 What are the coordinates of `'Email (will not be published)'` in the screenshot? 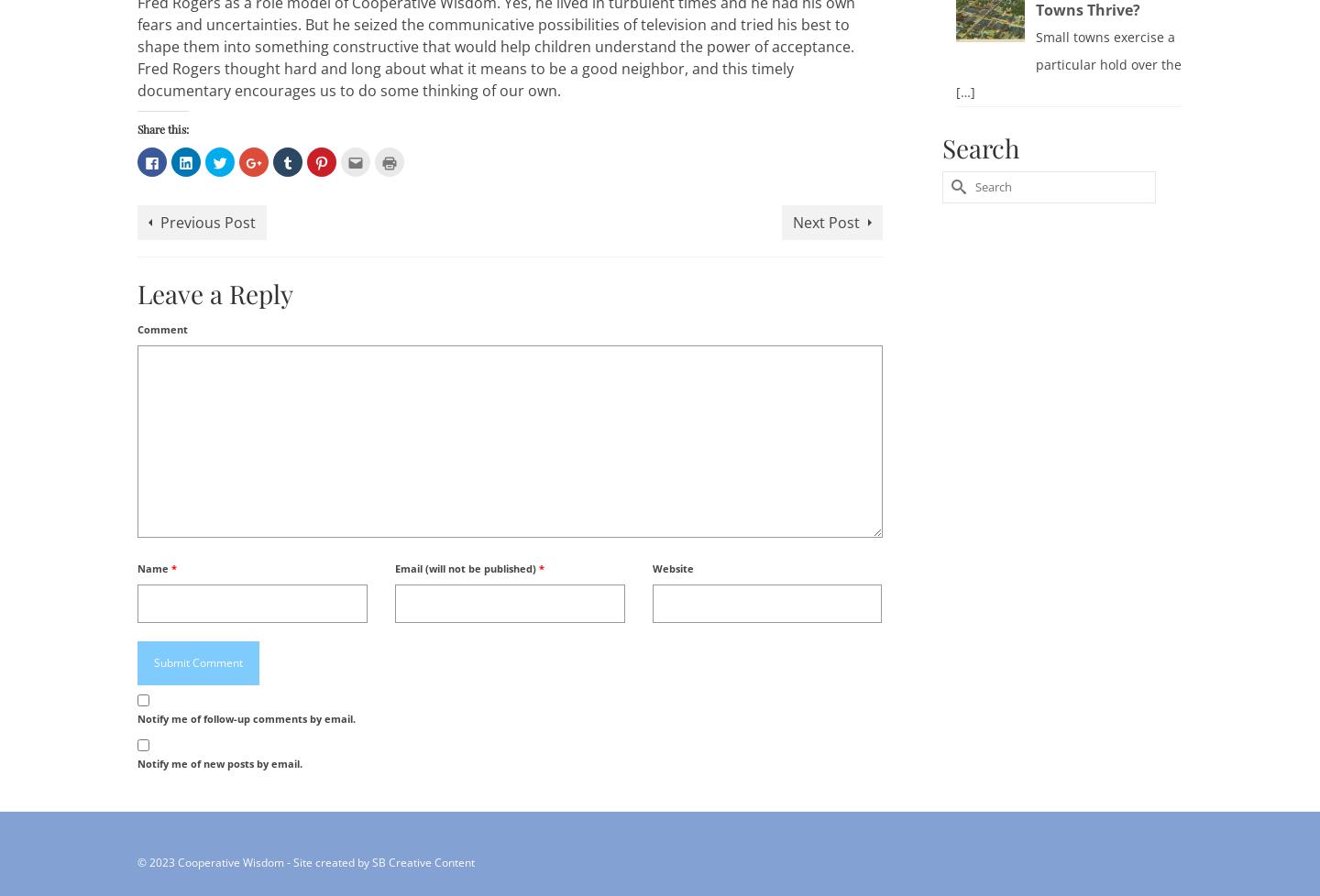 It's located at (465, 567).